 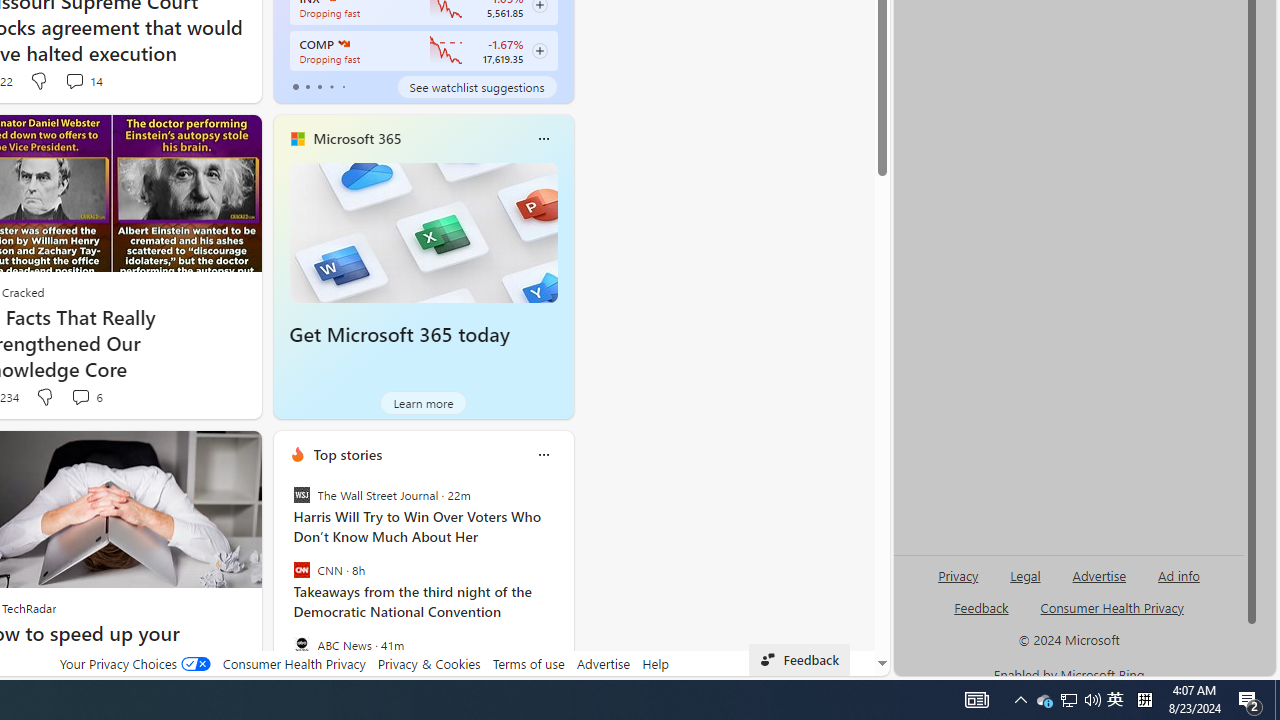 What do you see at coordinates (201, 455) in the screenshot?
I see `'Hide this story'` at bounding box center [201, 455].